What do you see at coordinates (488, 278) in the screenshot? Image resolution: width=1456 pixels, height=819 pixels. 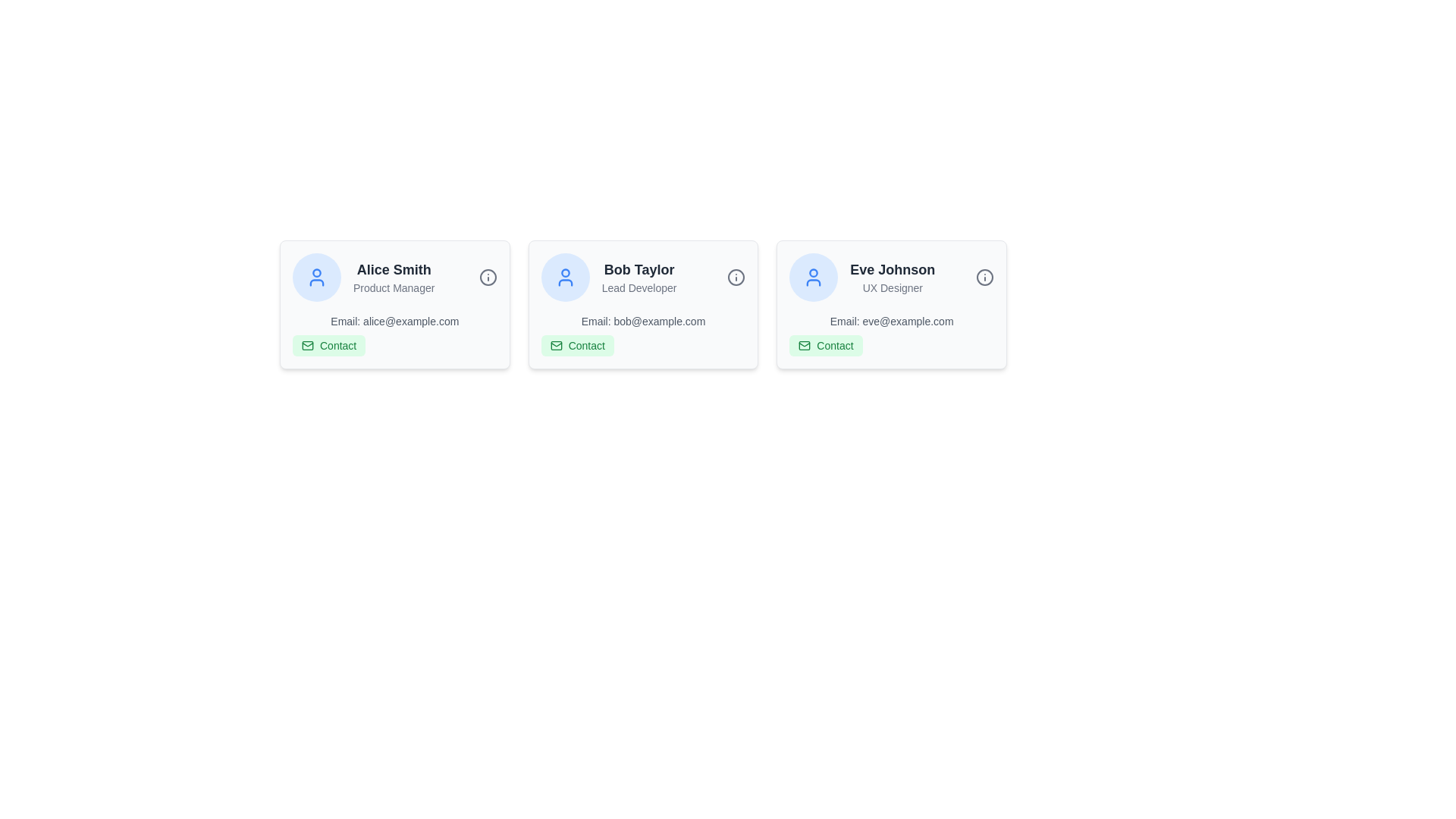 I see `the icon button located in the top-right portion of the card labeled 'Alice Smith - Product Manager'` at bounding box center [488, 278].